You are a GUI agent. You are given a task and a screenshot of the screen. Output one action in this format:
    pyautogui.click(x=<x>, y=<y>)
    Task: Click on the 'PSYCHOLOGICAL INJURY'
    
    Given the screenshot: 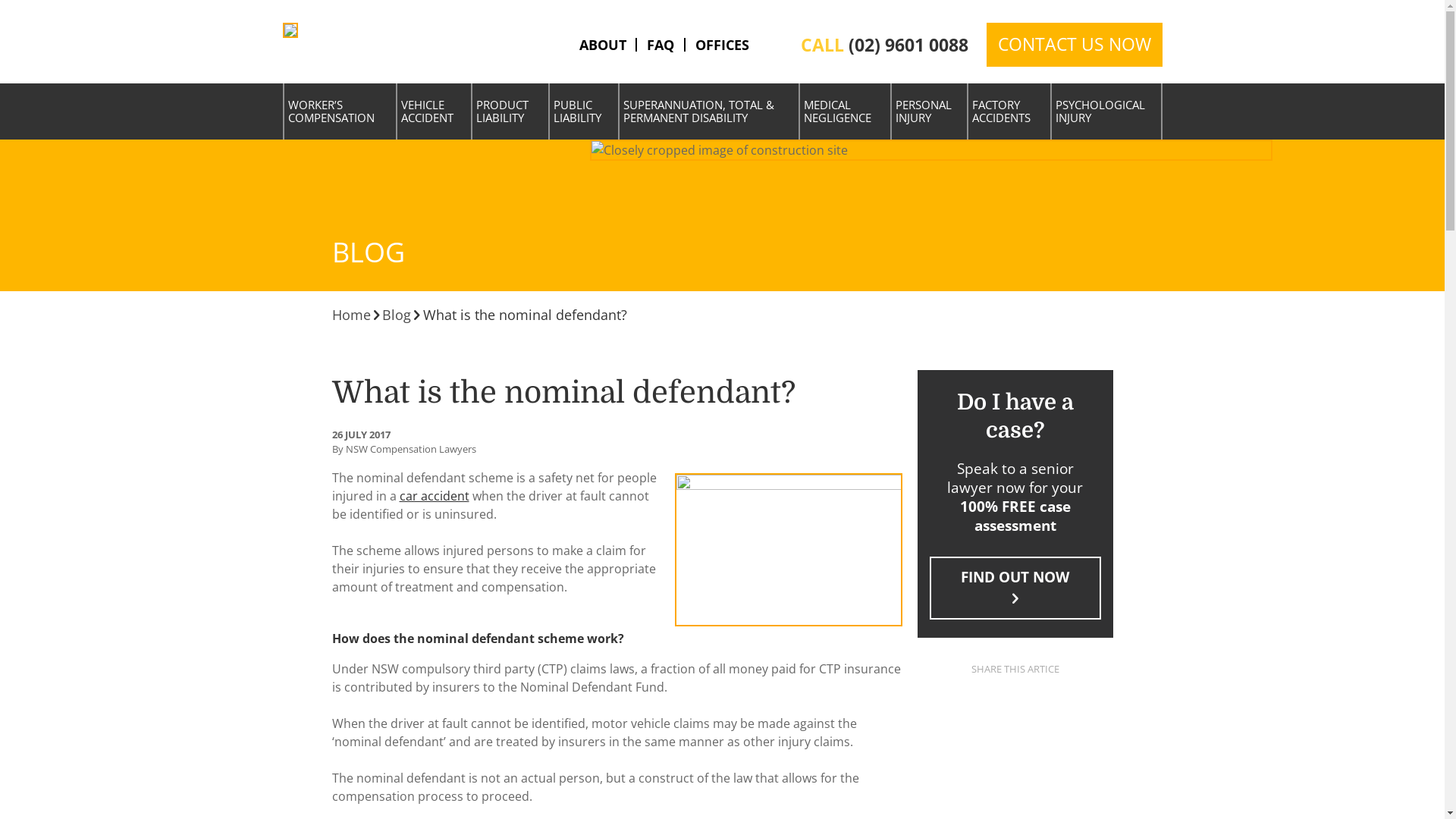 What is the action you would take?
    pyautogui.click(x=1051, y=111)
    